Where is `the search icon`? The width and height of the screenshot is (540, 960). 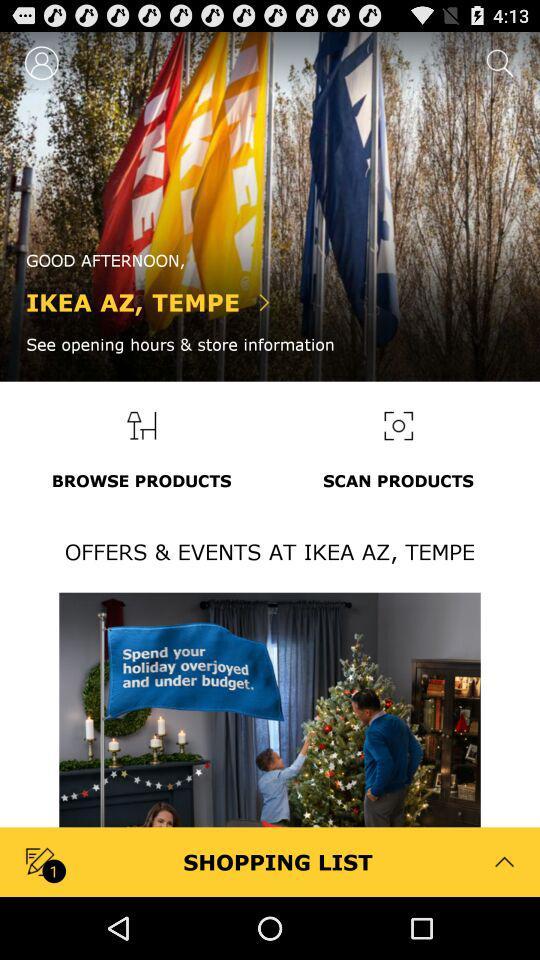
the search icon is located at coordinates (496, 62).